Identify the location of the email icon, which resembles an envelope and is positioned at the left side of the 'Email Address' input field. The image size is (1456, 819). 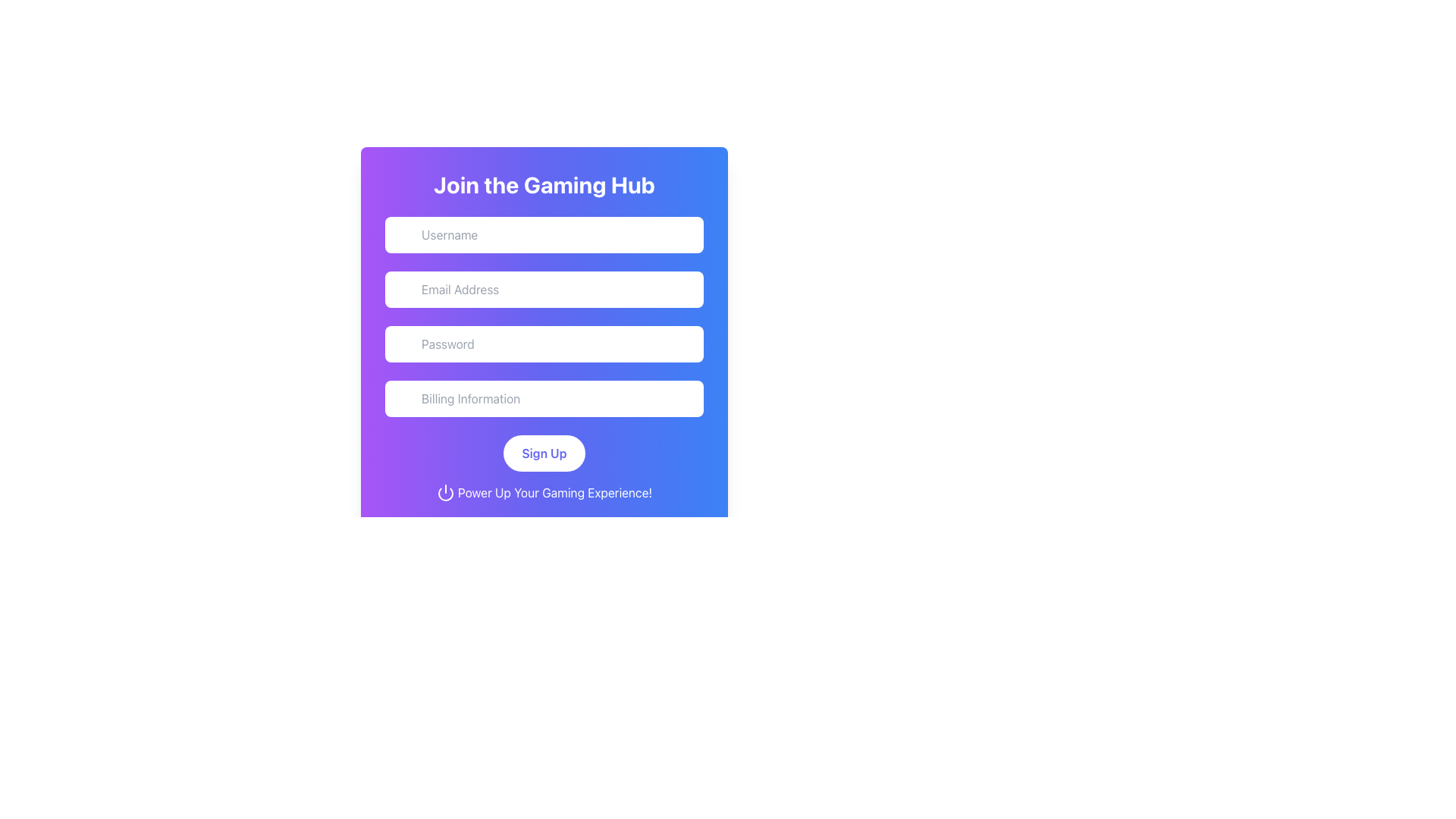
(403, 289).